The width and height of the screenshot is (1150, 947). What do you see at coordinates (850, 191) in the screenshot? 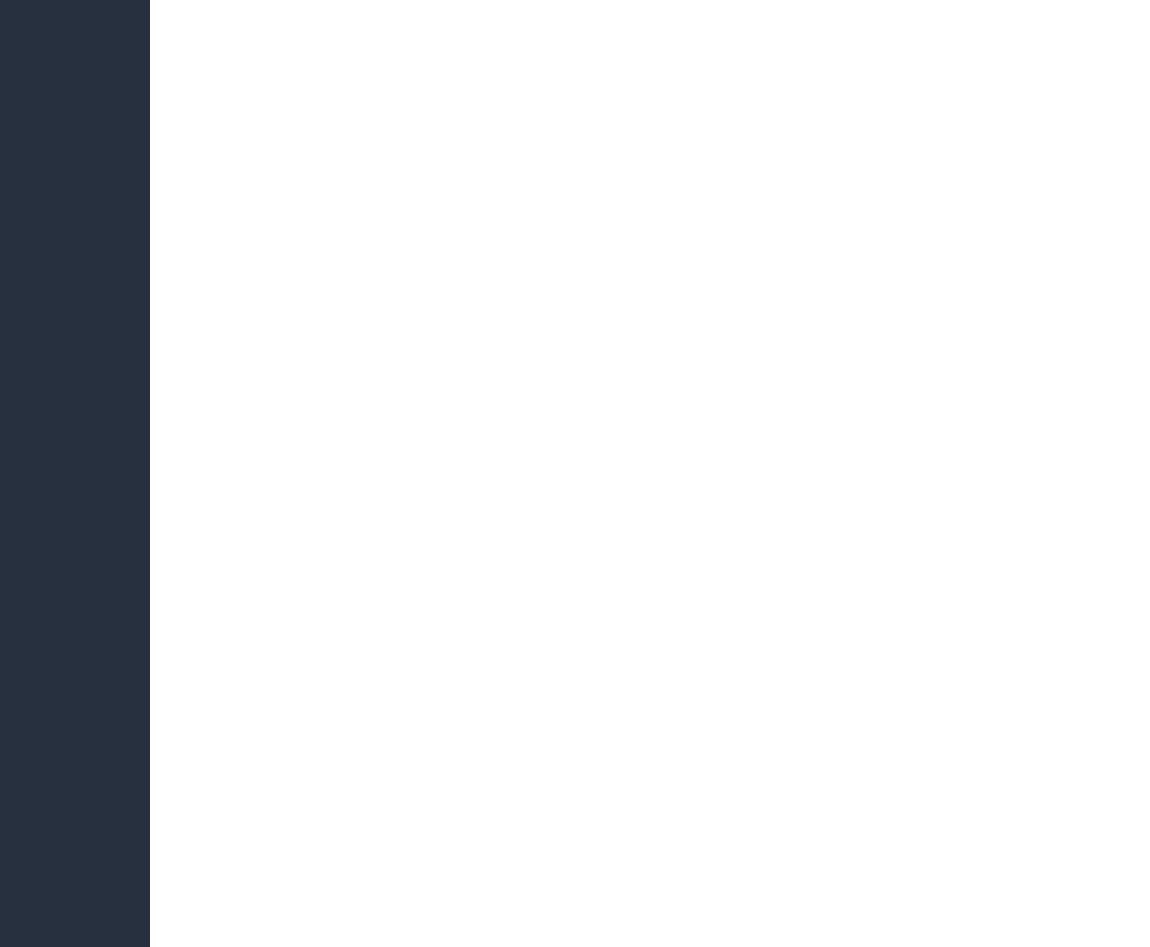
I see `'Nordic Council of Ministers'` at bounding box center [850, 191].